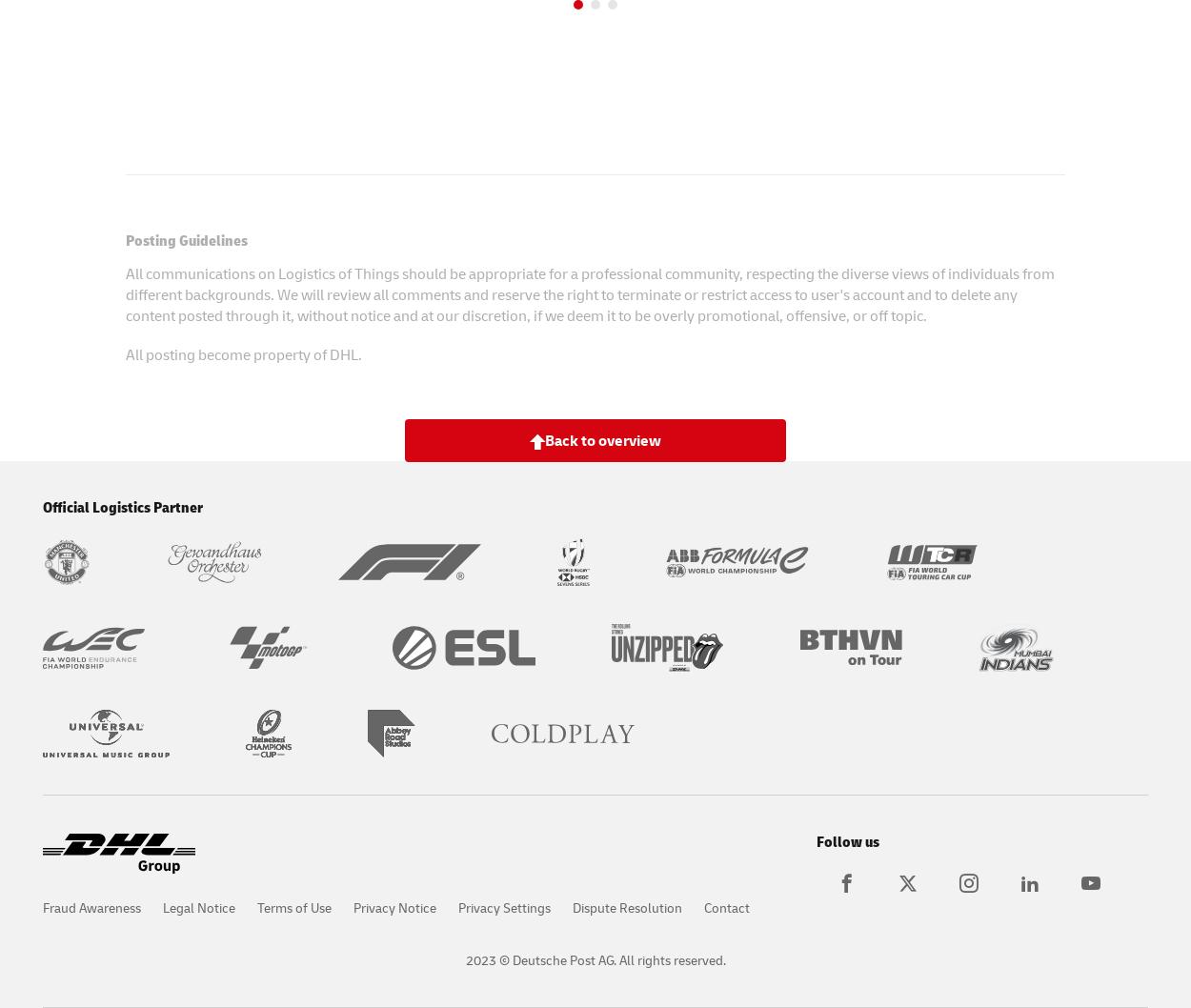 This screenshot has height=1008, width=1191. Describe the element at coordinates (91, 907) in the screenshot. I see `'Fraud Awareness'` at that location.